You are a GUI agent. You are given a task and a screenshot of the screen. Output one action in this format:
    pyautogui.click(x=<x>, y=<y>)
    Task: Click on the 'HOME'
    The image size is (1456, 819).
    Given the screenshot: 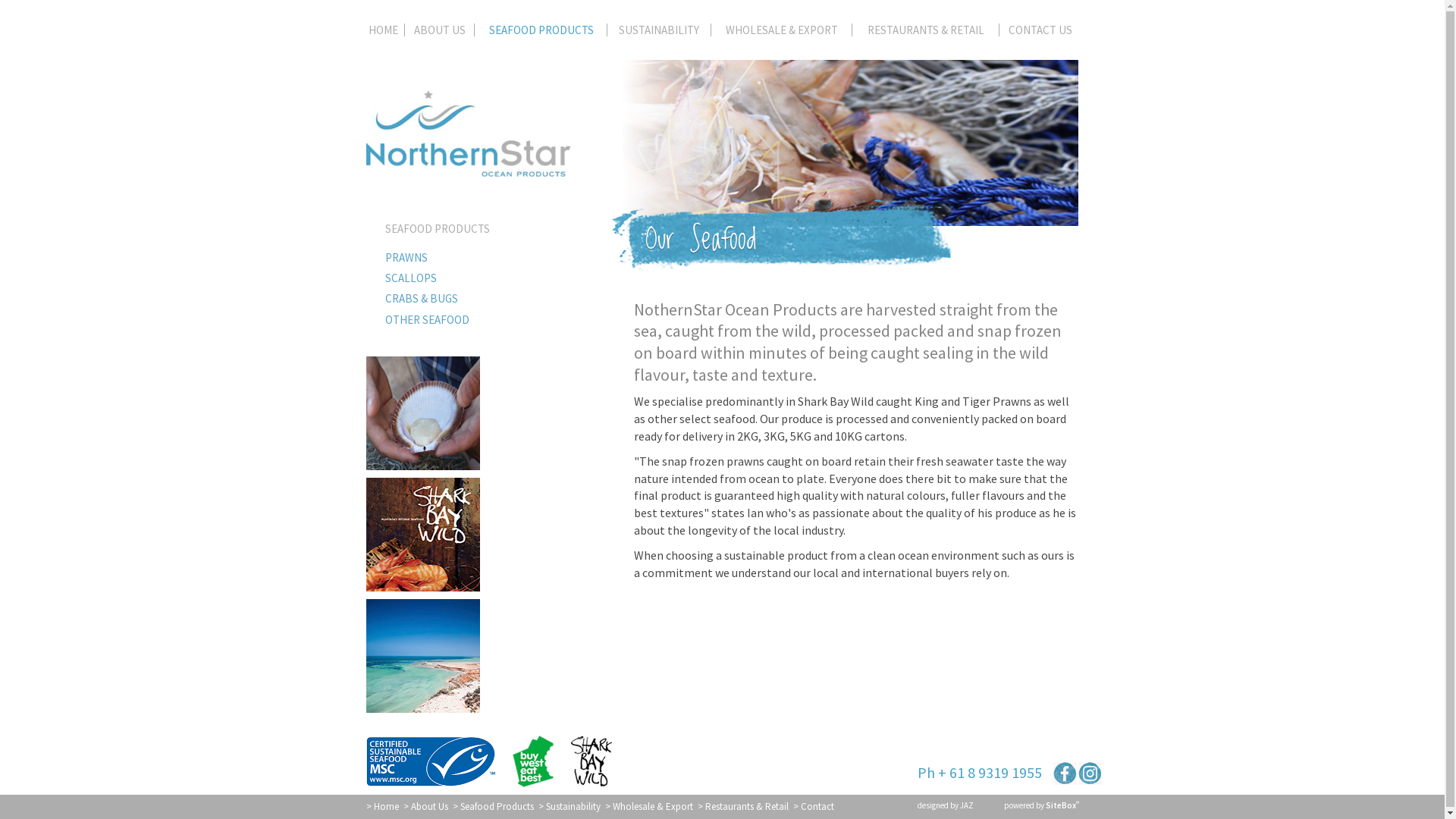 What is the action you would take?
    pyautogui.click(x=385, y=33)
    